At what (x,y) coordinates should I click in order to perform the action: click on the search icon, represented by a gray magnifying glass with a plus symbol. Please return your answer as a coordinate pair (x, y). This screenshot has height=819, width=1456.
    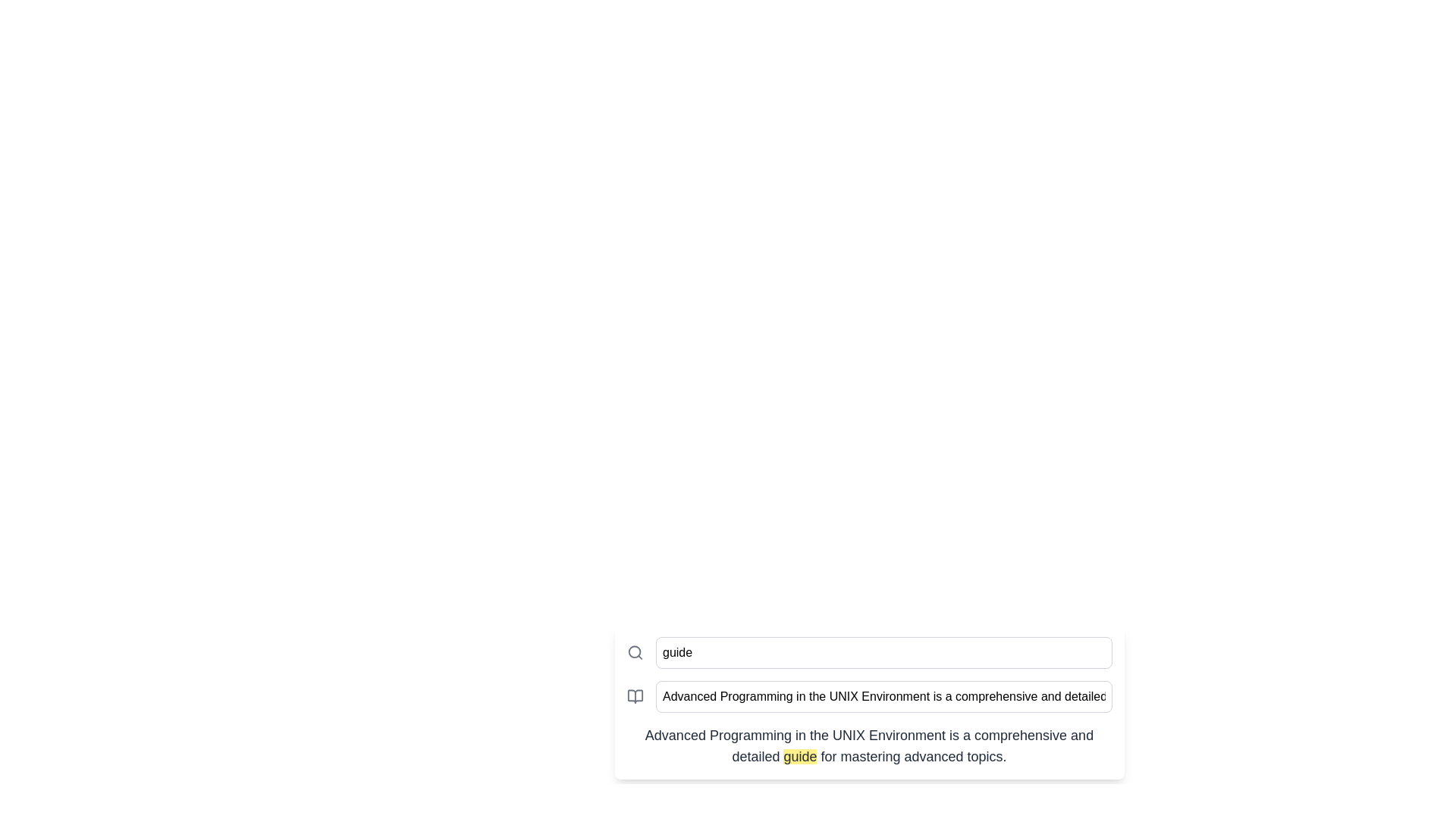
    Looking at the image, I should click on (635, 651).